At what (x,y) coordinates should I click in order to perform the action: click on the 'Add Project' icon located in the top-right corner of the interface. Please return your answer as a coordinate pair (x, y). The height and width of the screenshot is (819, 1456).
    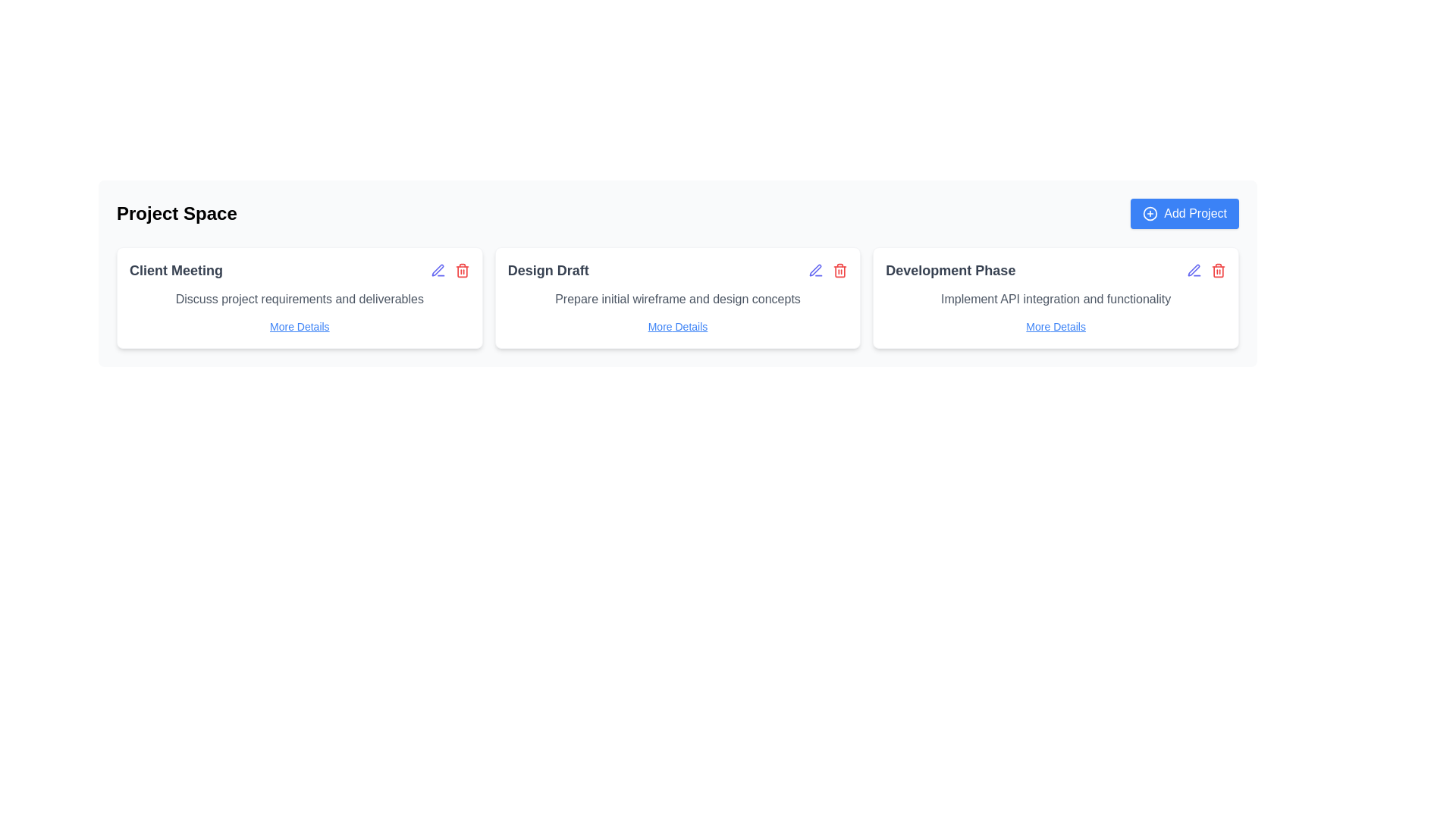
    Looking at the image, I should click on (1150, 213).